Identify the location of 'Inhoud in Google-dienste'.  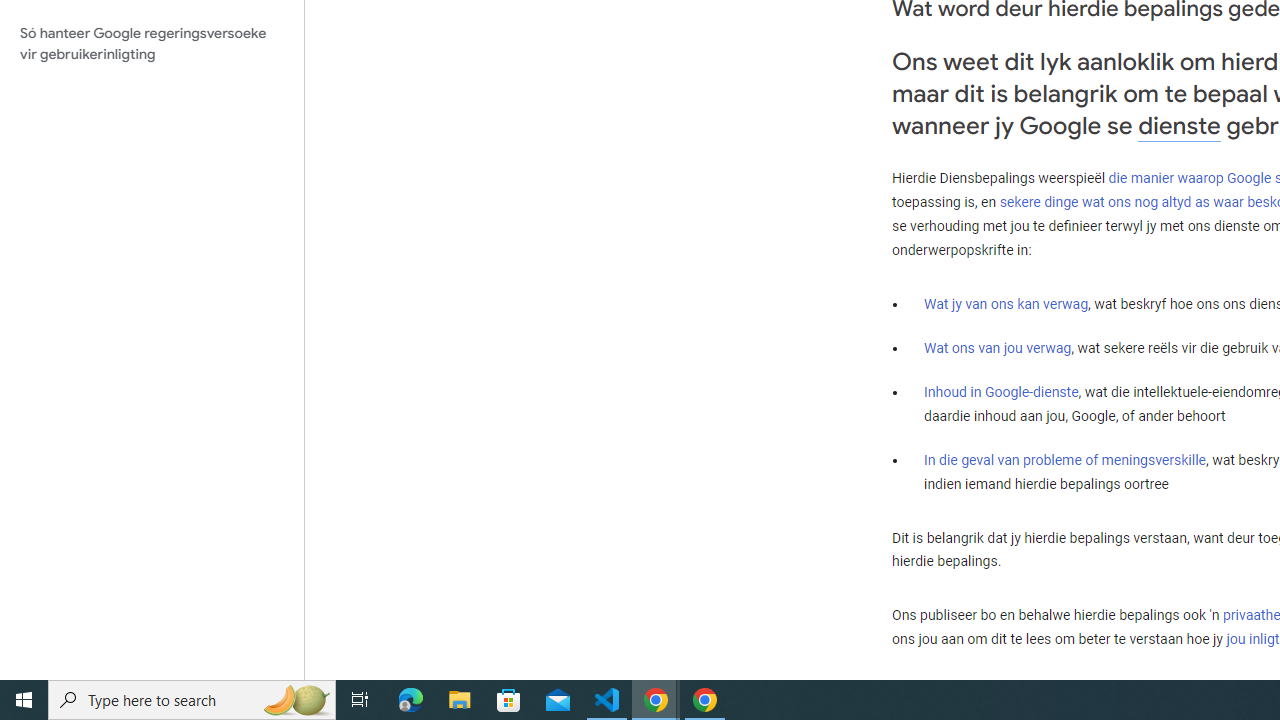
(1001, 392).